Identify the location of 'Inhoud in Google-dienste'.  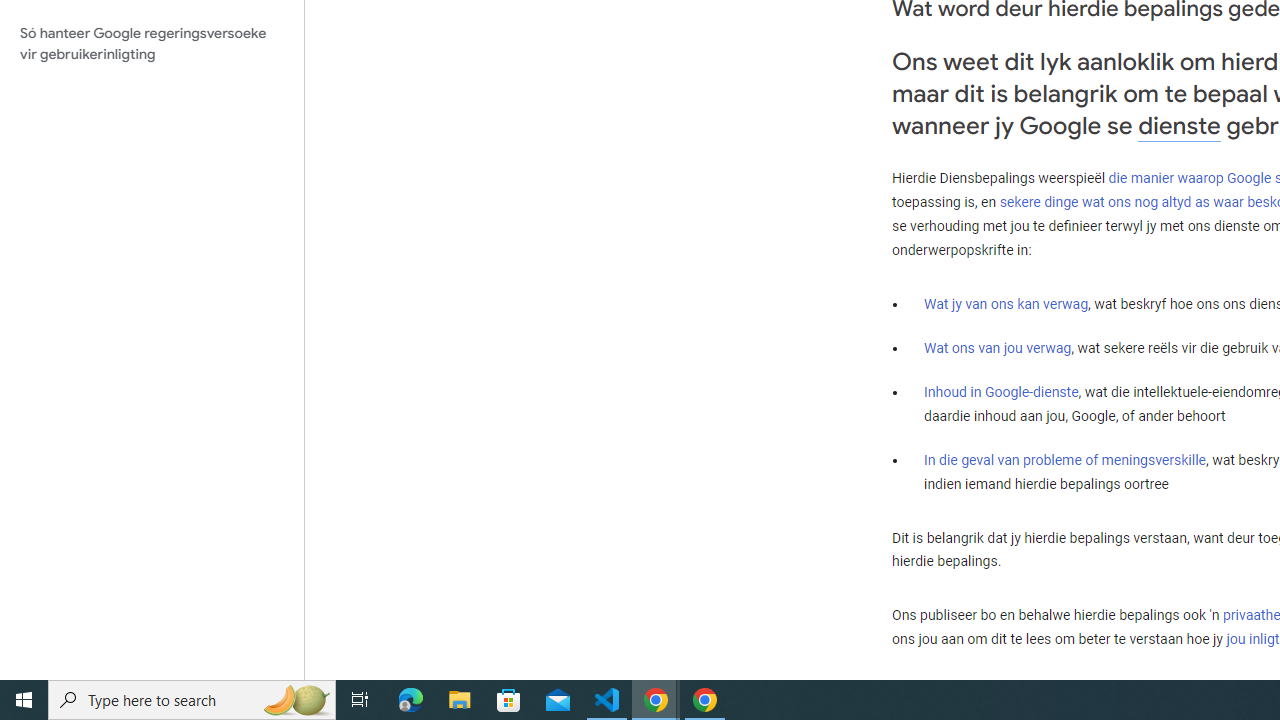
(1001, 392).